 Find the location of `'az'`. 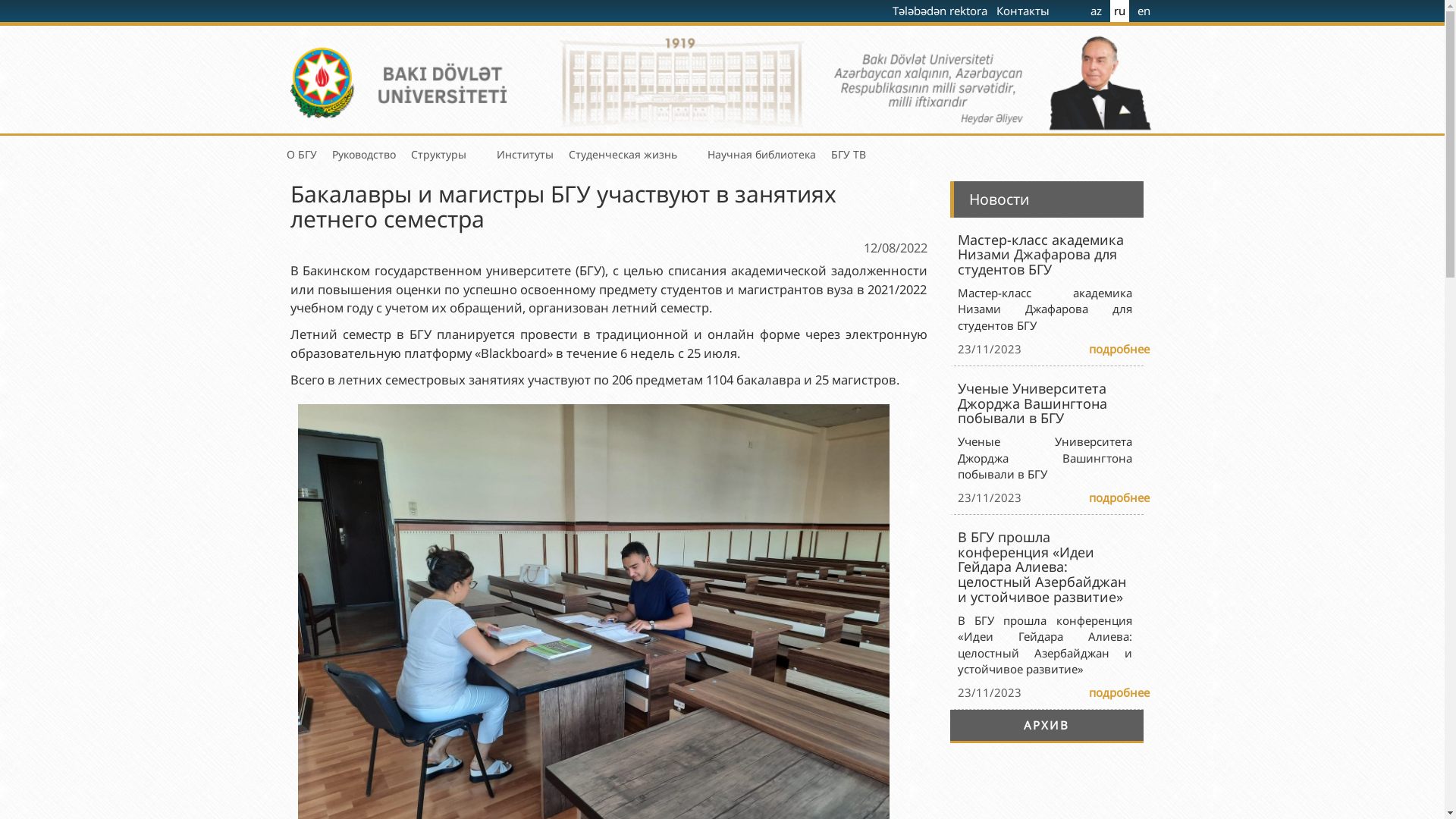

'az' is located at coordinates (1096, 11).